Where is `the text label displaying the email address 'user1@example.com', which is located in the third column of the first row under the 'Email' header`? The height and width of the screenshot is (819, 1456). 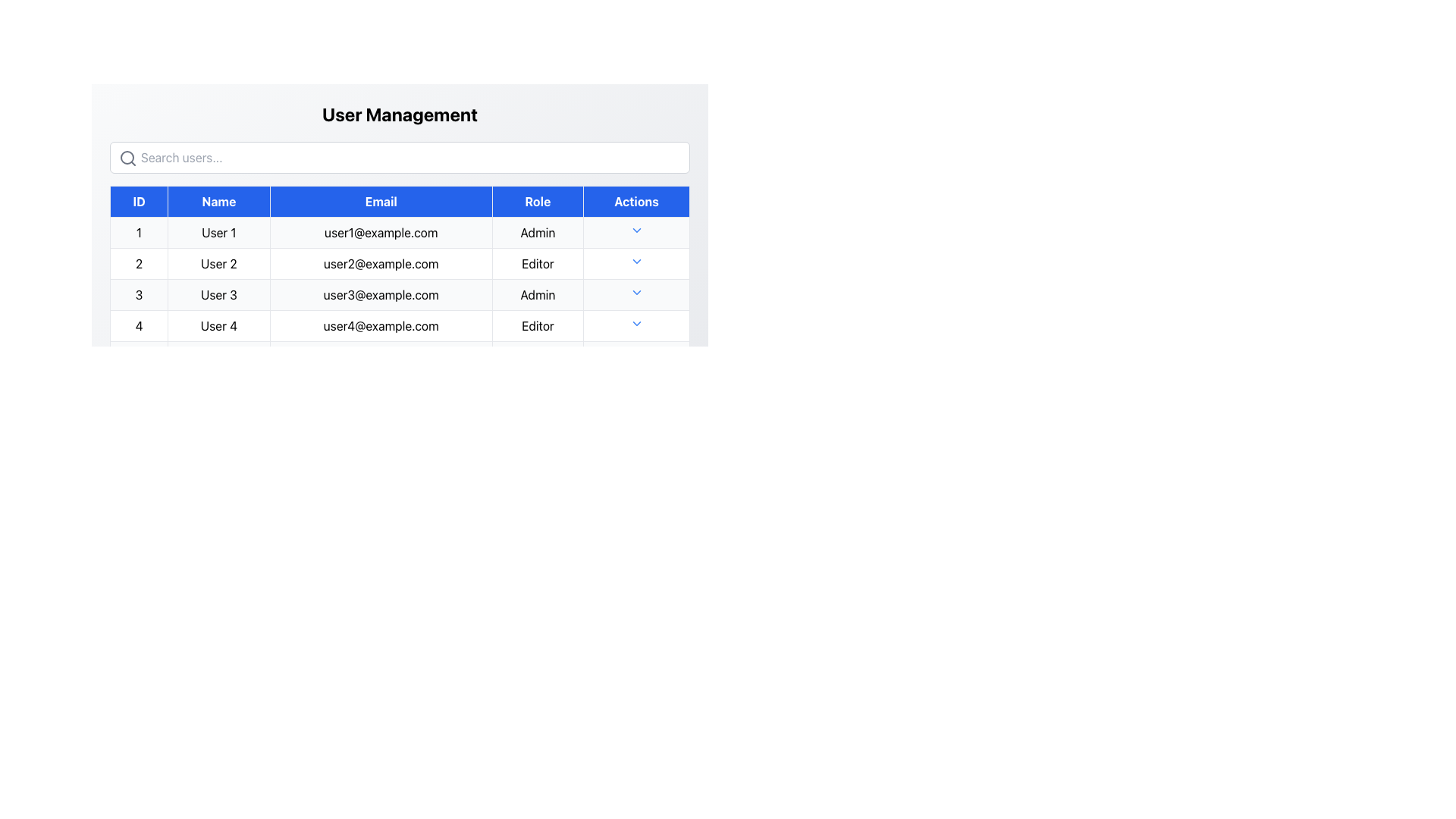 the text label displaying the email address 'user1@example.com', which is located in the third column of the first row under the 'Email' header is located at coordinates (381, 233).